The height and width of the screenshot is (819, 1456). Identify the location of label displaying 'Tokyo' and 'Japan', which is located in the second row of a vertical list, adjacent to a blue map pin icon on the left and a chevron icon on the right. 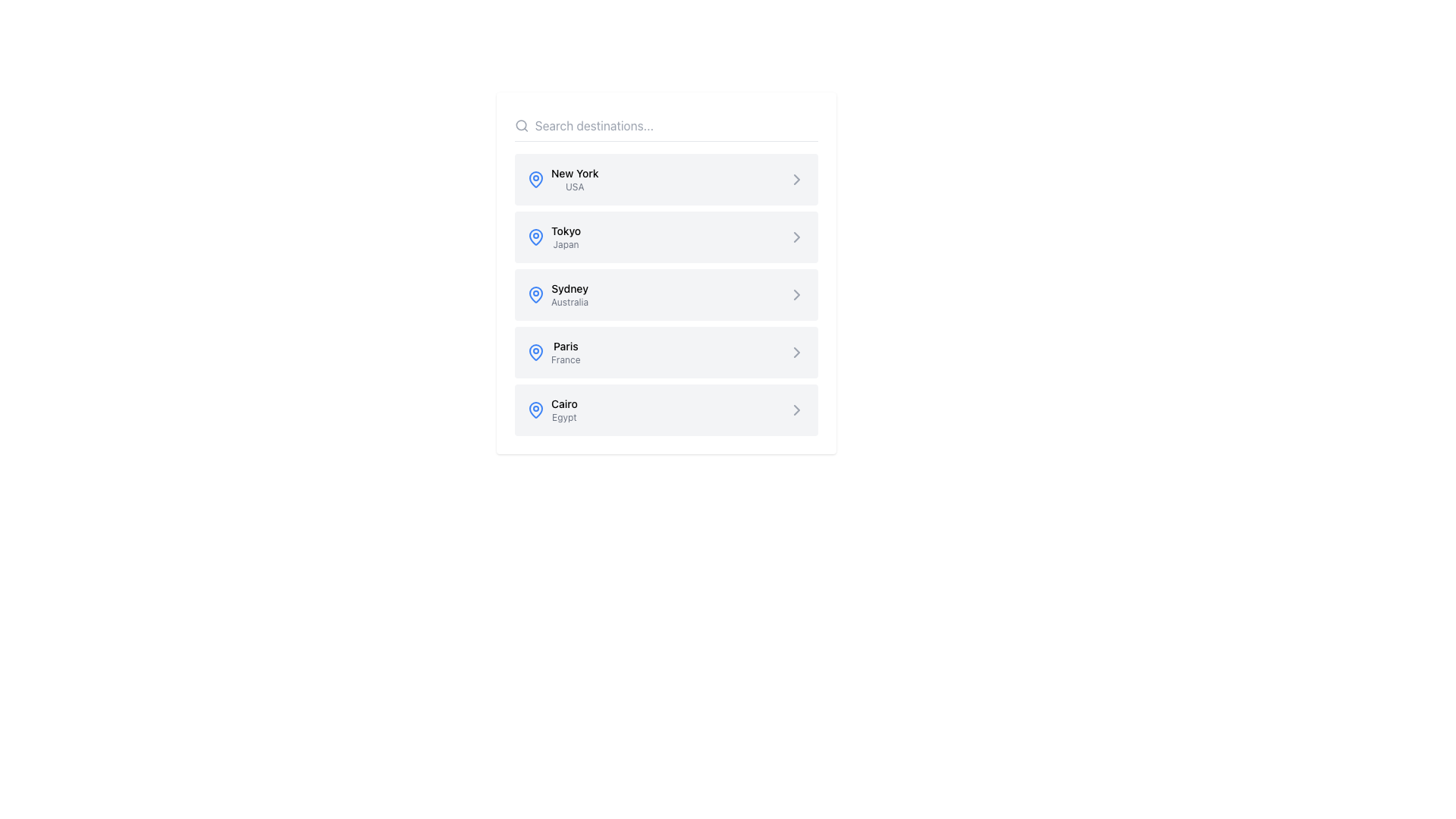
(565, 237).